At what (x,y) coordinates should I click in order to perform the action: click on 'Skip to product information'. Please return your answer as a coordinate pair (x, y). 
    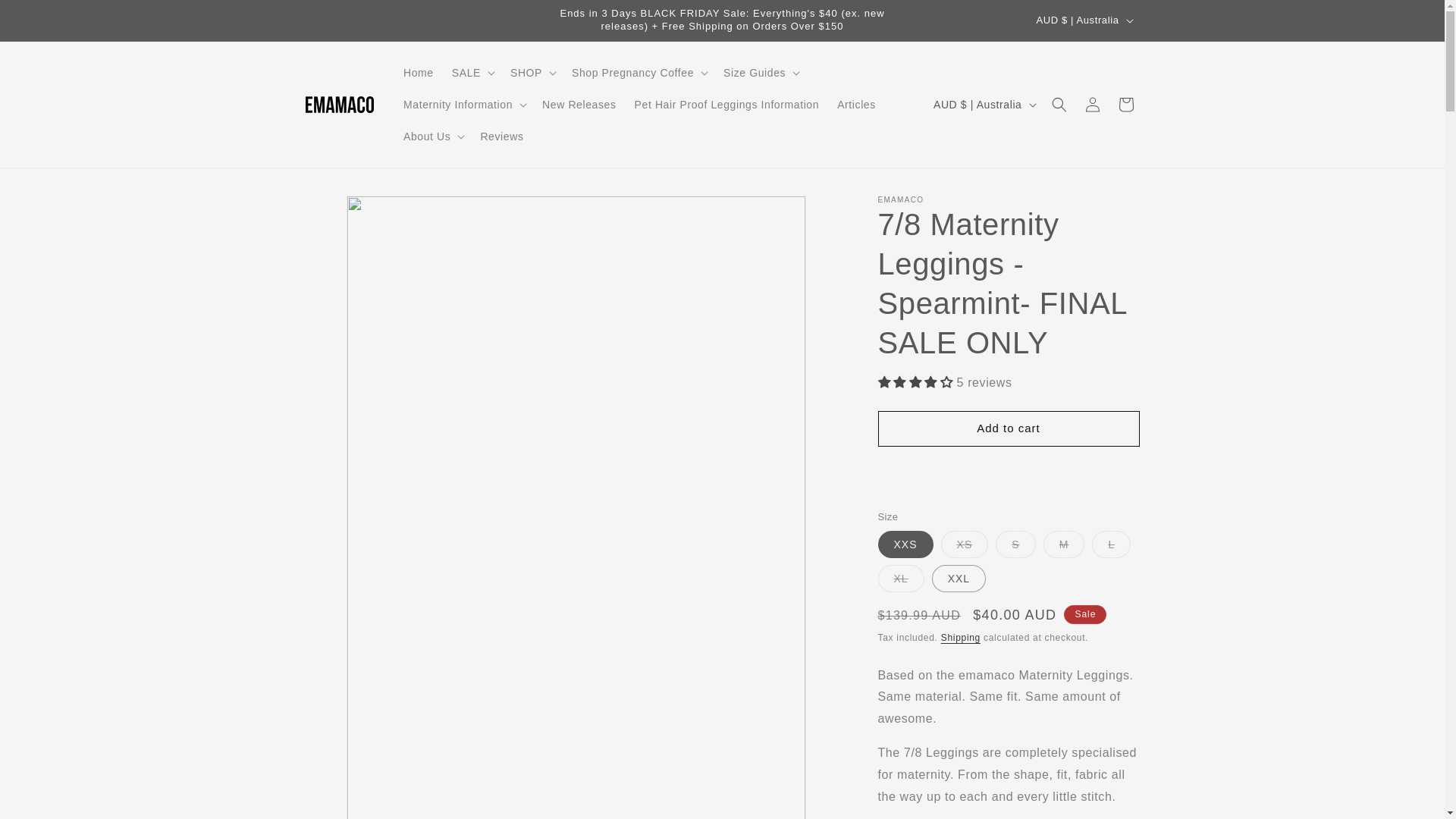
    Looking at the image, I should click on (304, 212).